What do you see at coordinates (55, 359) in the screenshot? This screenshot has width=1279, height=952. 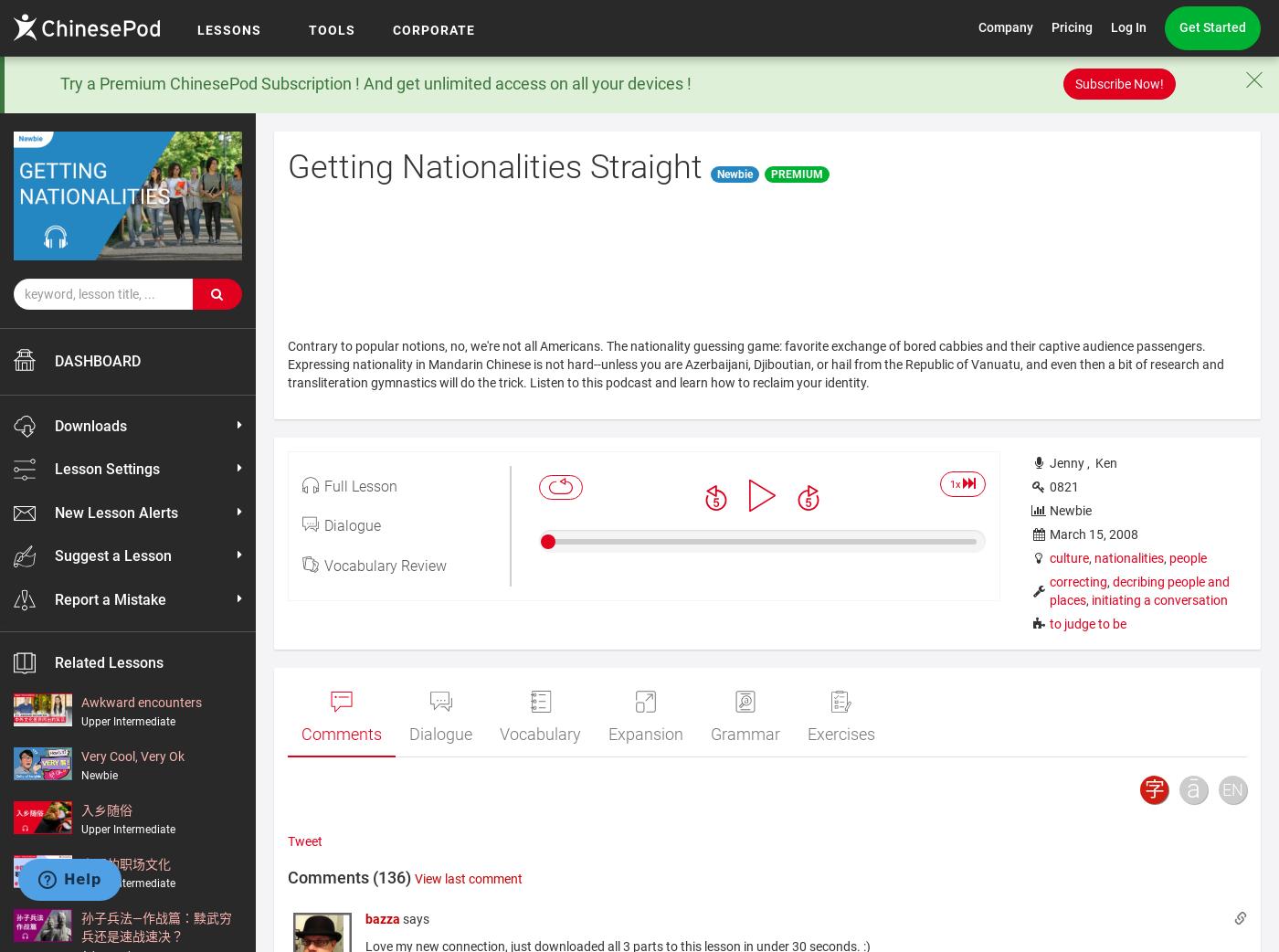 I see `'DASHBOARD'` at bounding box center [55, 359].